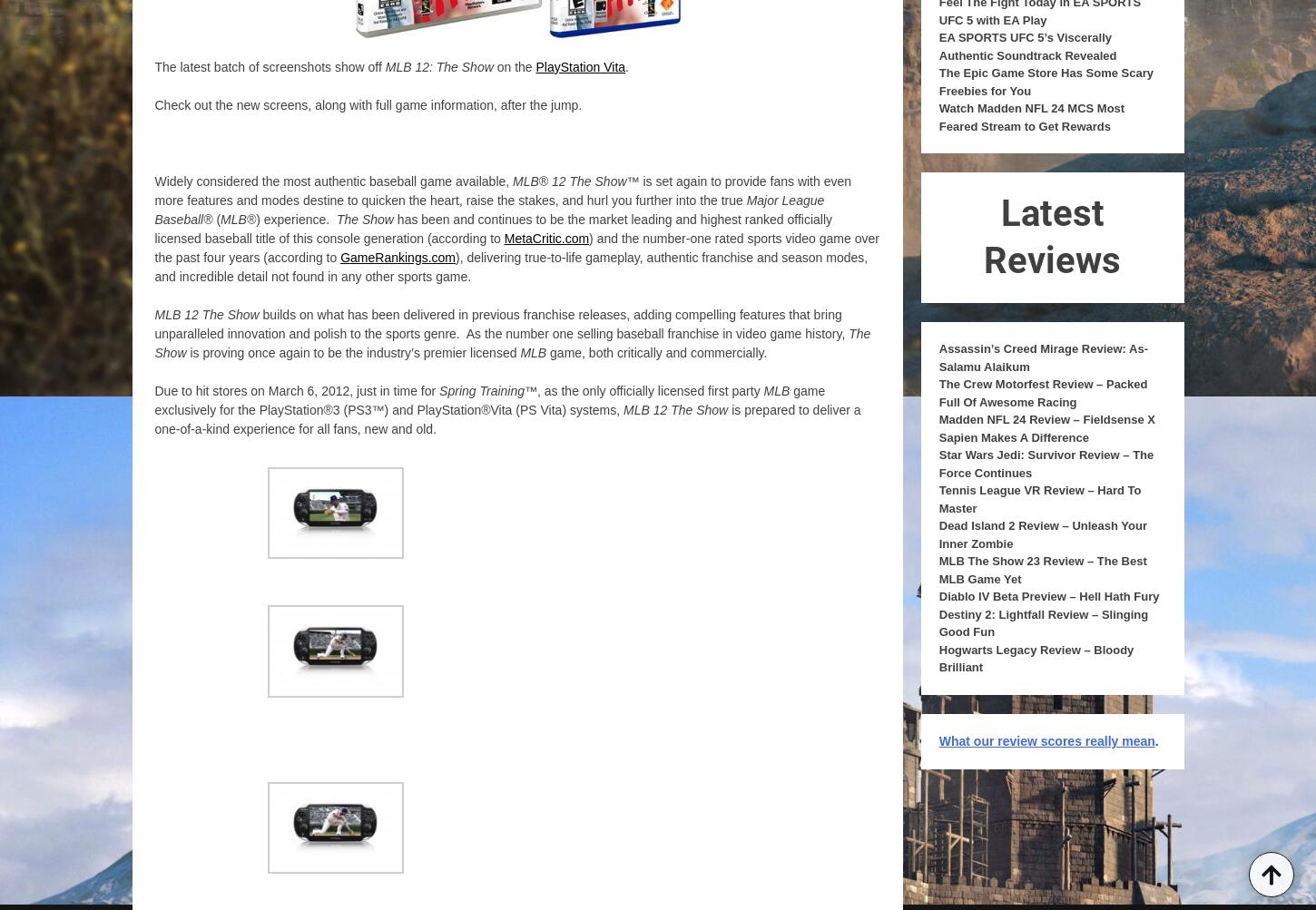 This screenshot has width=1316, height=910. I want to click on 'MLB®', so click(238, 219).